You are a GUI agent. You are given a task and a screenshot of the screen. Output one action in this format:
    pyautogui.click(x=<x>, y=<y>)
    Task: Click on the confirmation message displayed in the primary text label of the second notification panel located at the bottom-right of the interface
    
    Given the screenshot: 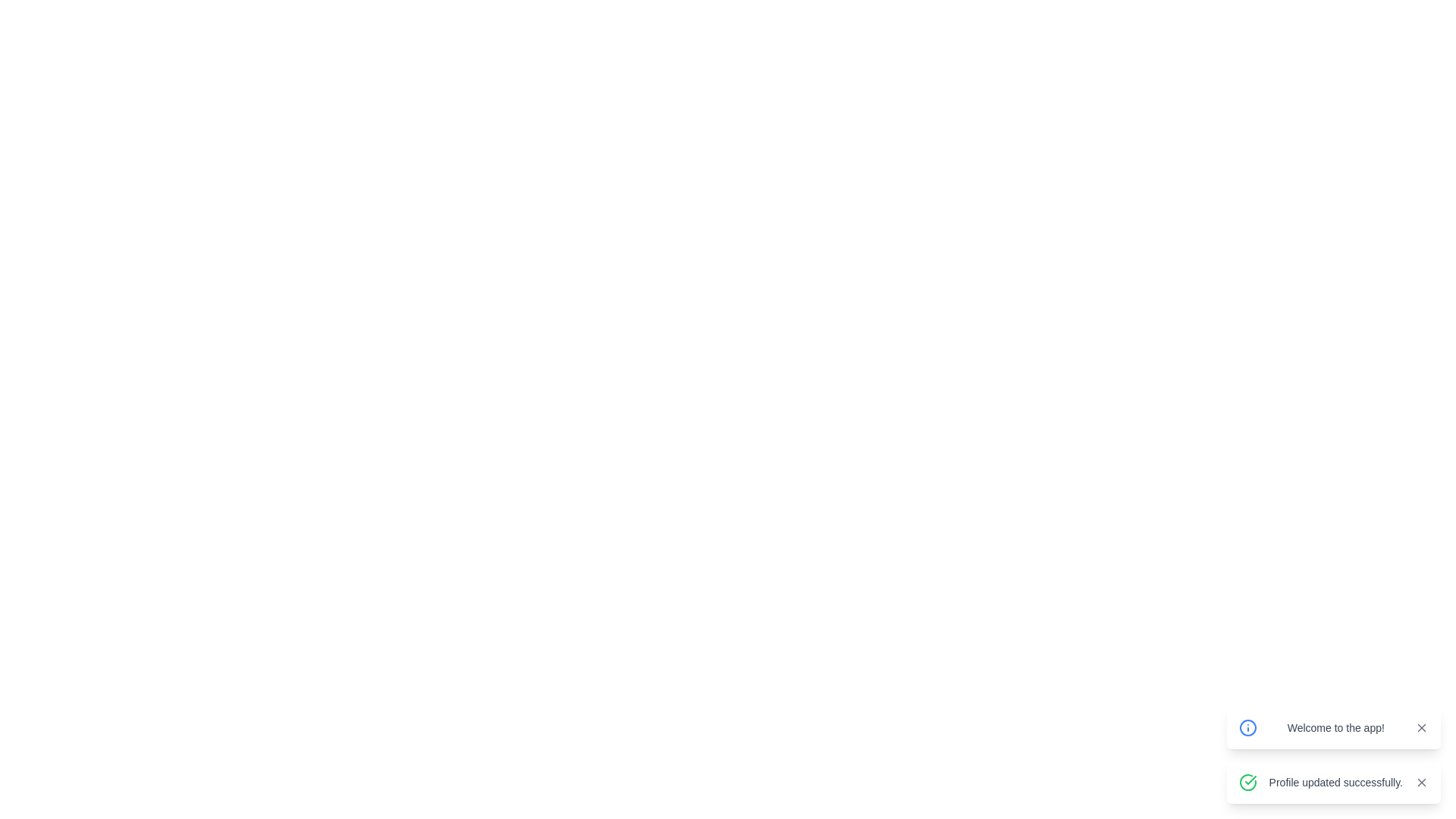 What is the action you would take?
    pyautogui.click(x=1335, y=783)
    